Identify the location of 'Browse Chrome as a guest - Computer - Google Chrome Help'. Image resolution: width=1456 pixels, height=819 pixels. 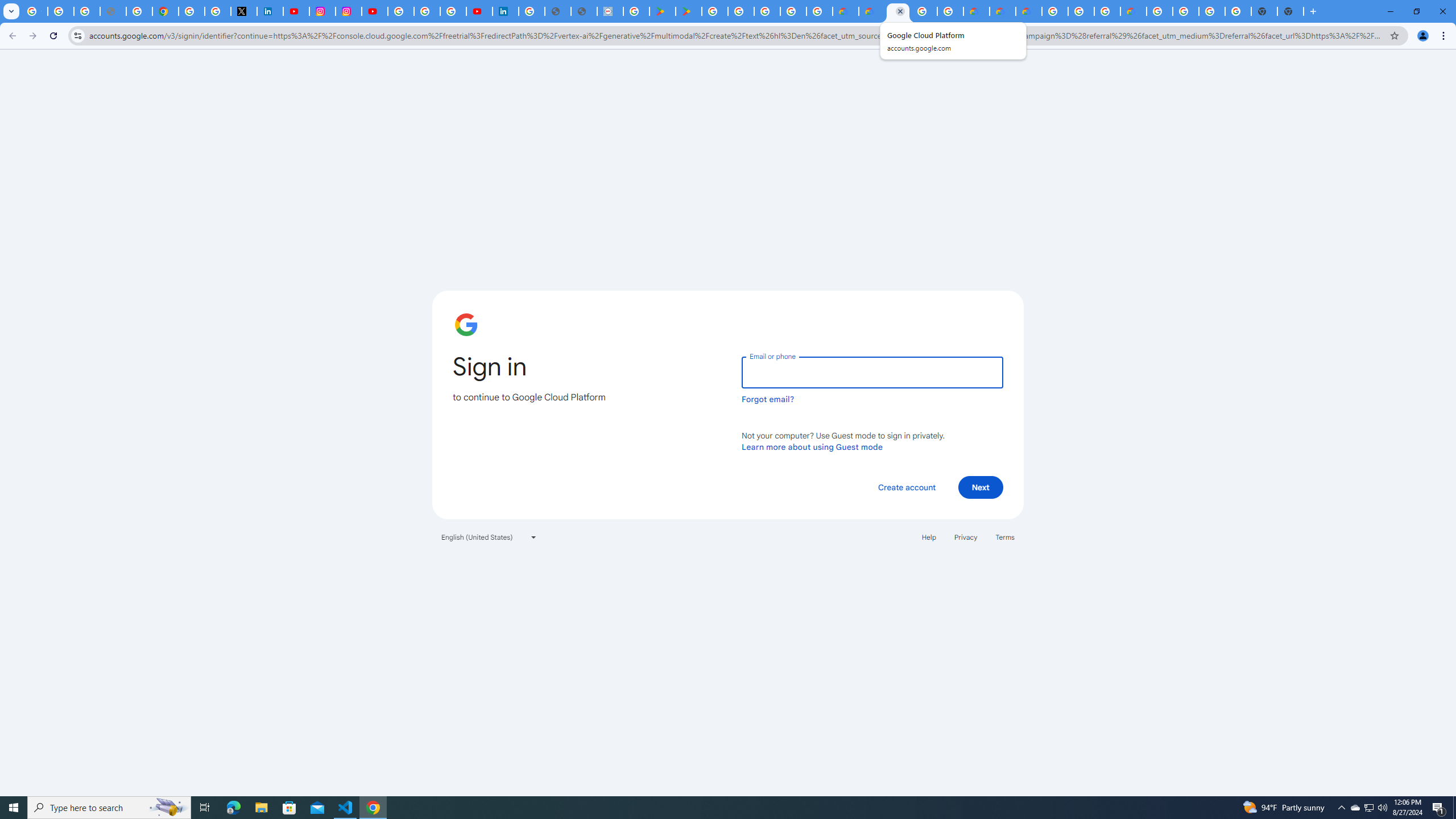
(1106, 11).